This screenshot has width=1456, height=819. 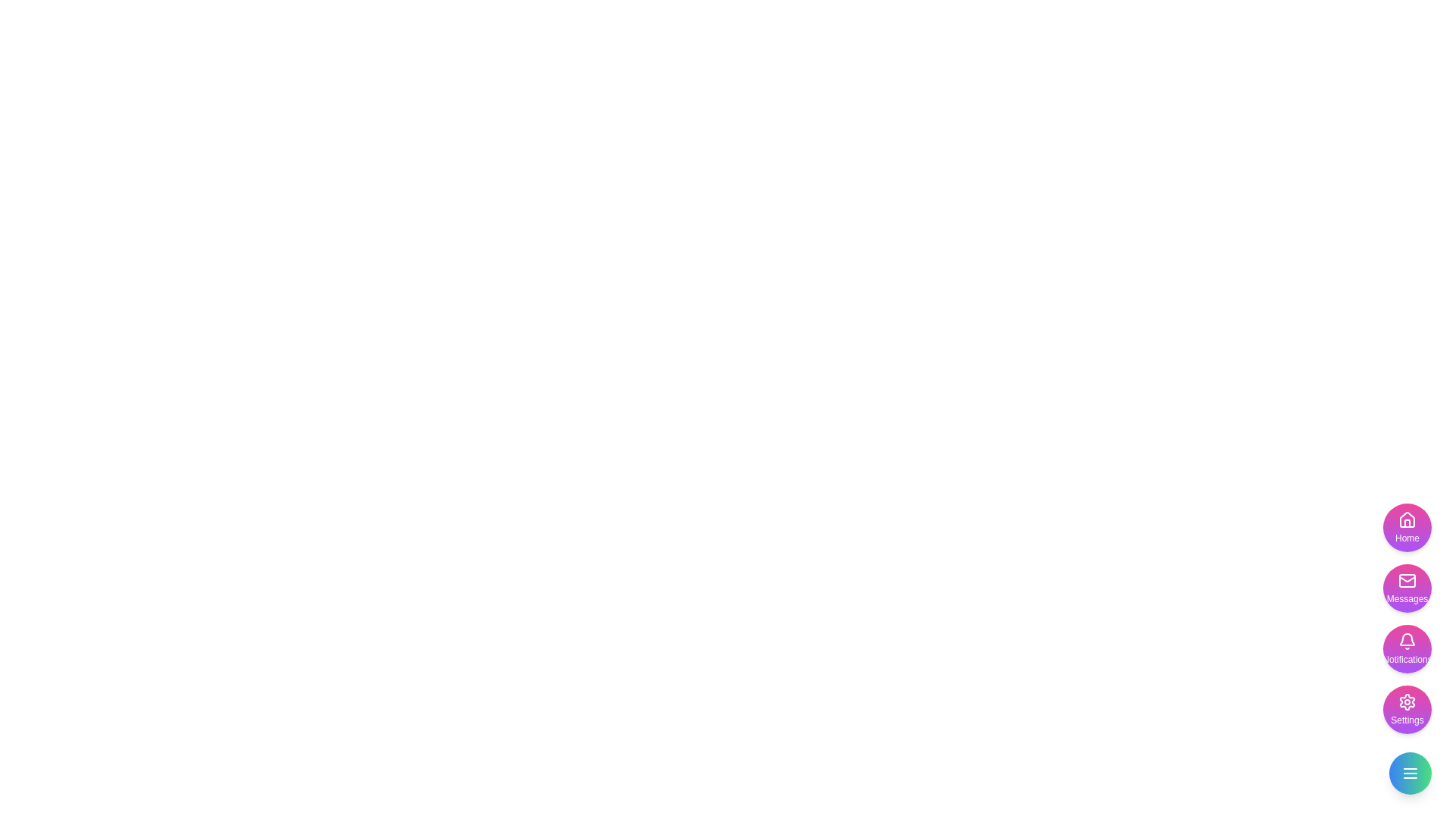 I want to click on the bell-shaped notifications icon with a minimalist design, which is the third button from the top in the vertical stack of icons on the right side of the interface, so click(x=1407, y=641).